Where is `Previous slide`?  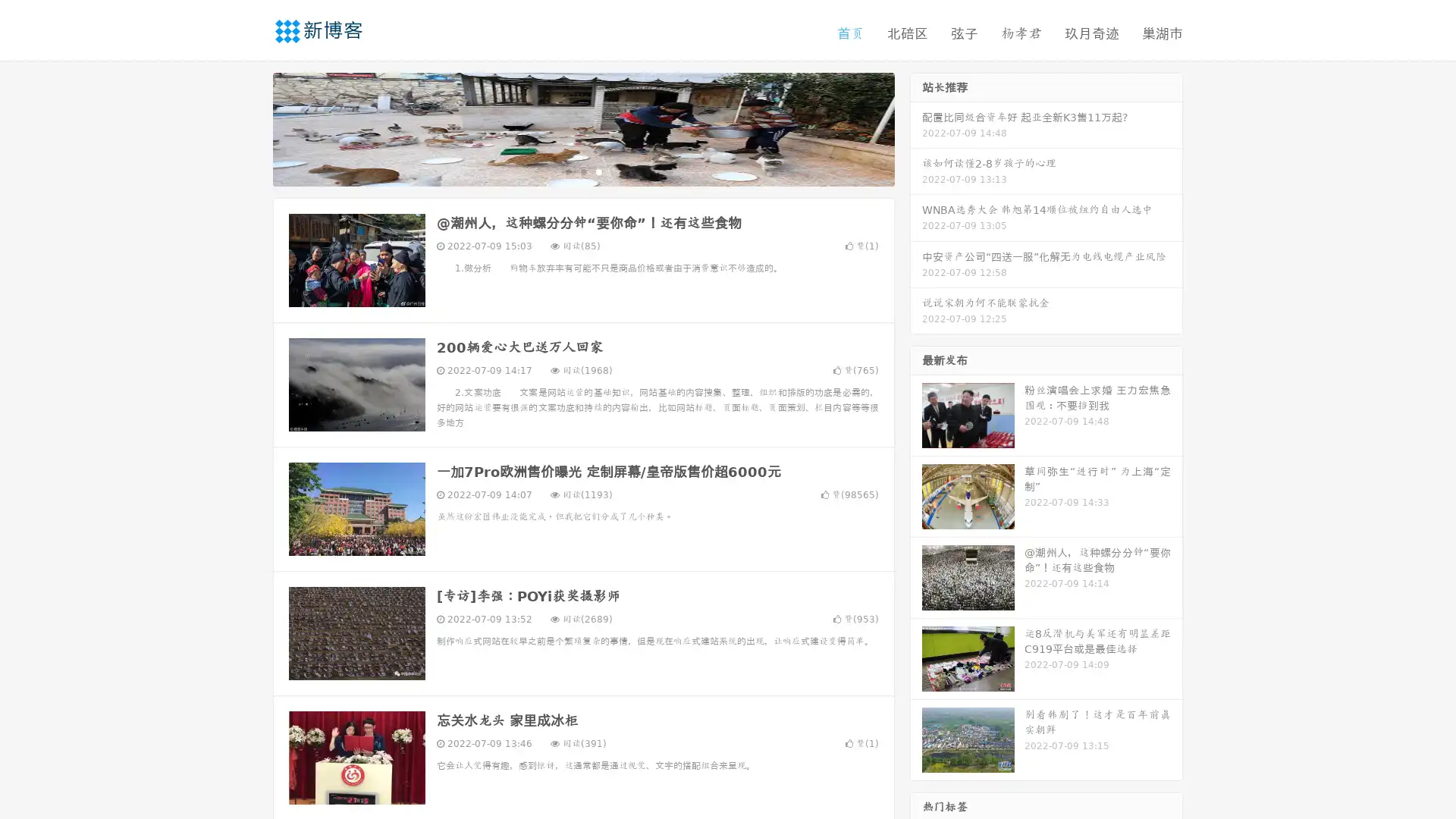
Previous slide is located at coordinates (250, 127).